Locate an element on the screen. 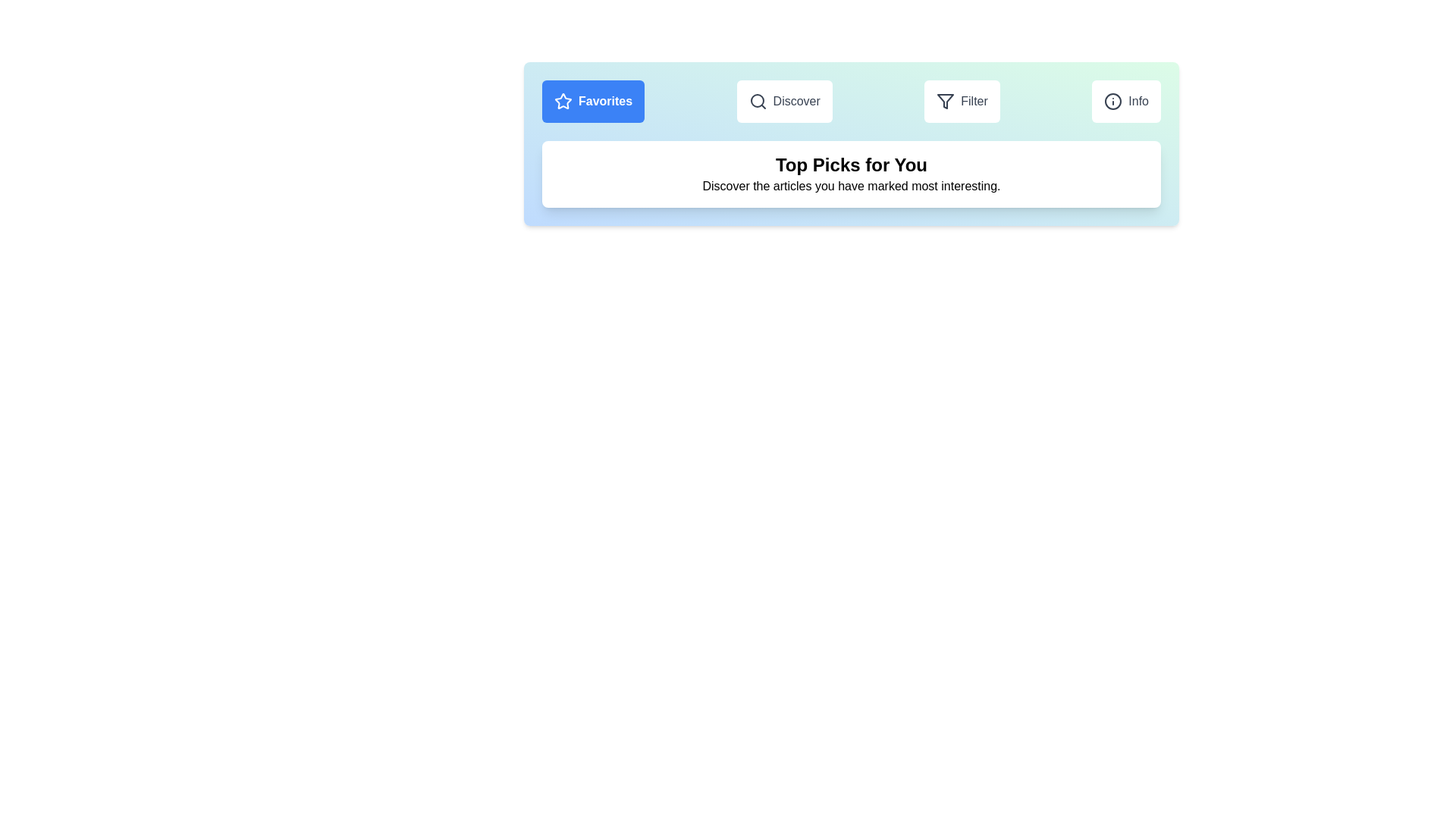 This screenshot has width=1456, height=819. the Filter tab to view its content is located at coordinates (962, 102).